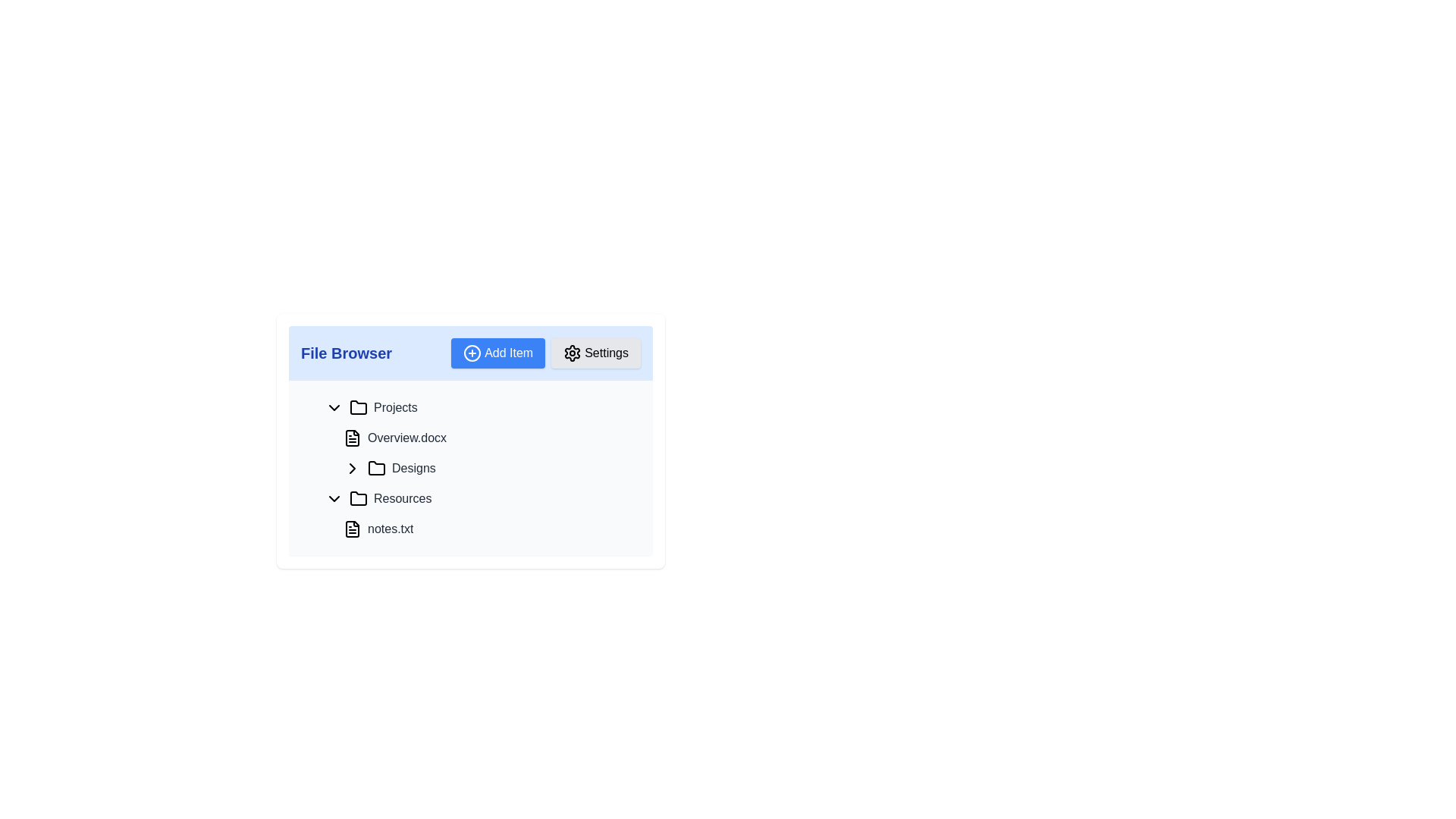 This screenshot has height=819, width=1456. I want to click on the settings icon located in the top right corner of the file browser interface, so click(572, 353).